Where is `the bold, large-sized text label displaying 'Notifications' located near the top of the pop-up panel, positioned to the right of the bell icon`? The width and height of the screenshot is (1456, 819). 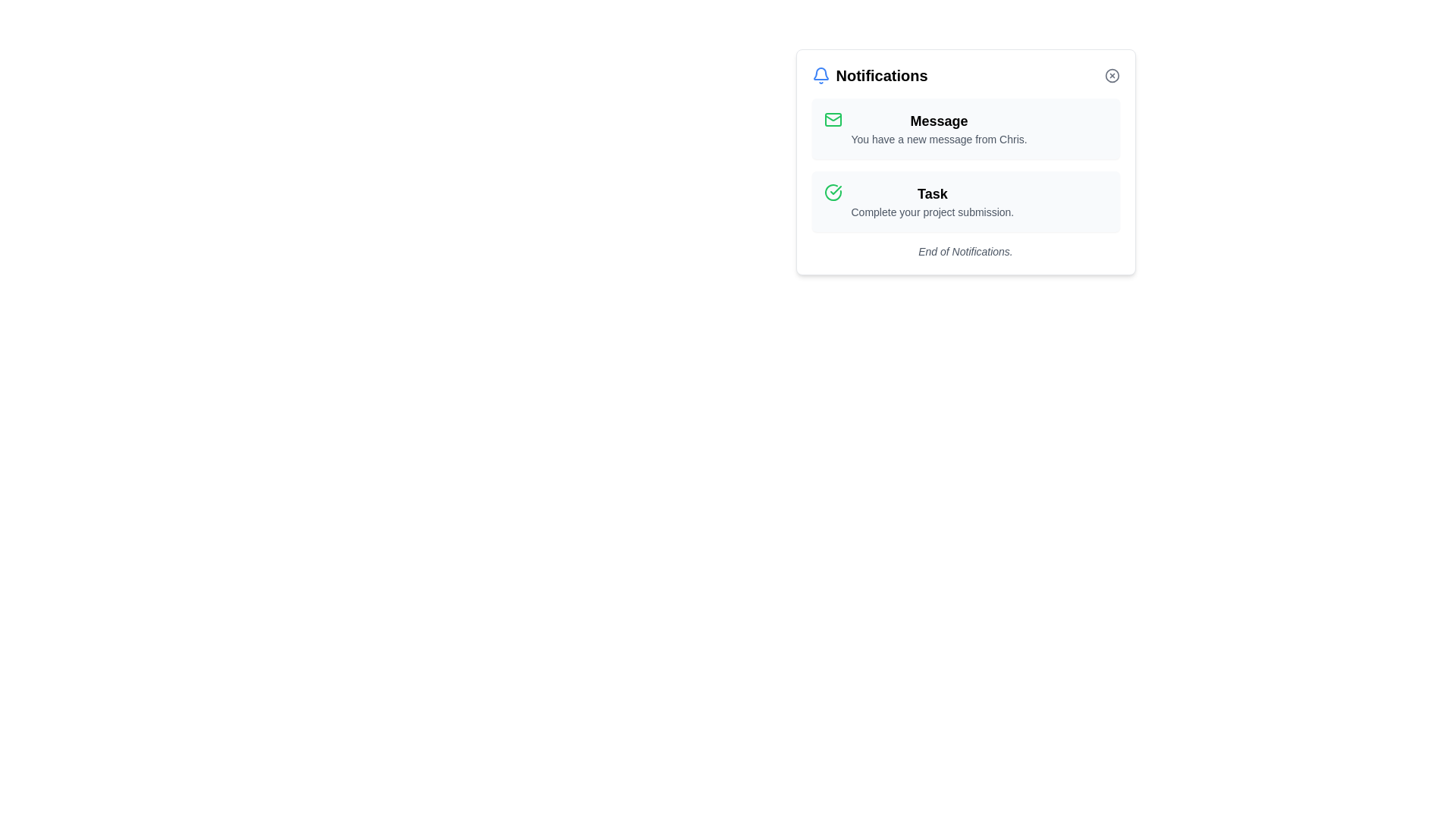 the bold, large-sized text label displaying 'Notifications' located near the top of the pop-up panel, positioned to the right of the bell icon is located at coordinates (882, 76).